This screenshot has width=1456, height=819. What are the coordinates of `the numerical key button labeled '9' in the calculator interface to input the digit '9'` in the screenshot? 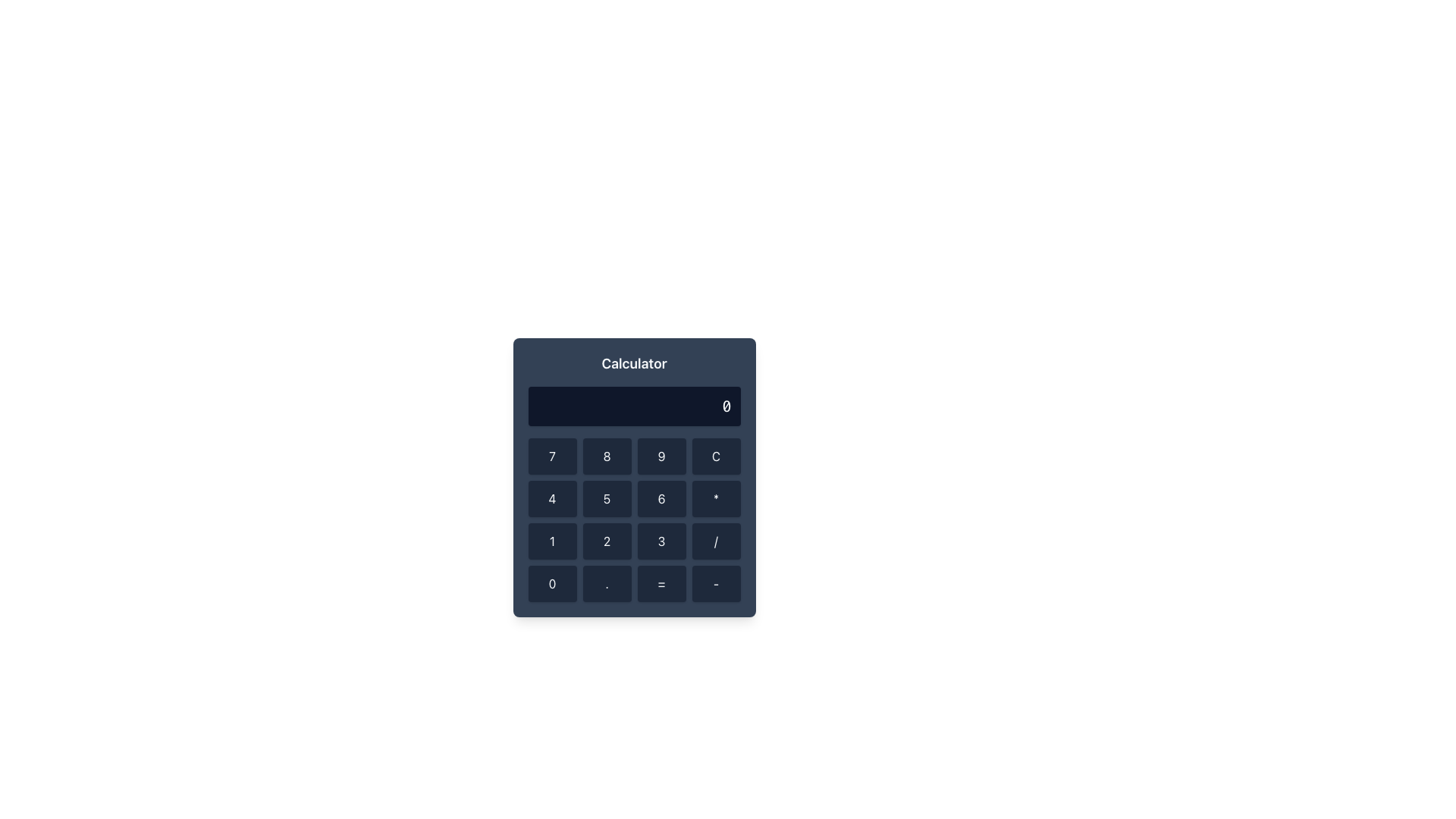 It's located at (661, 455).